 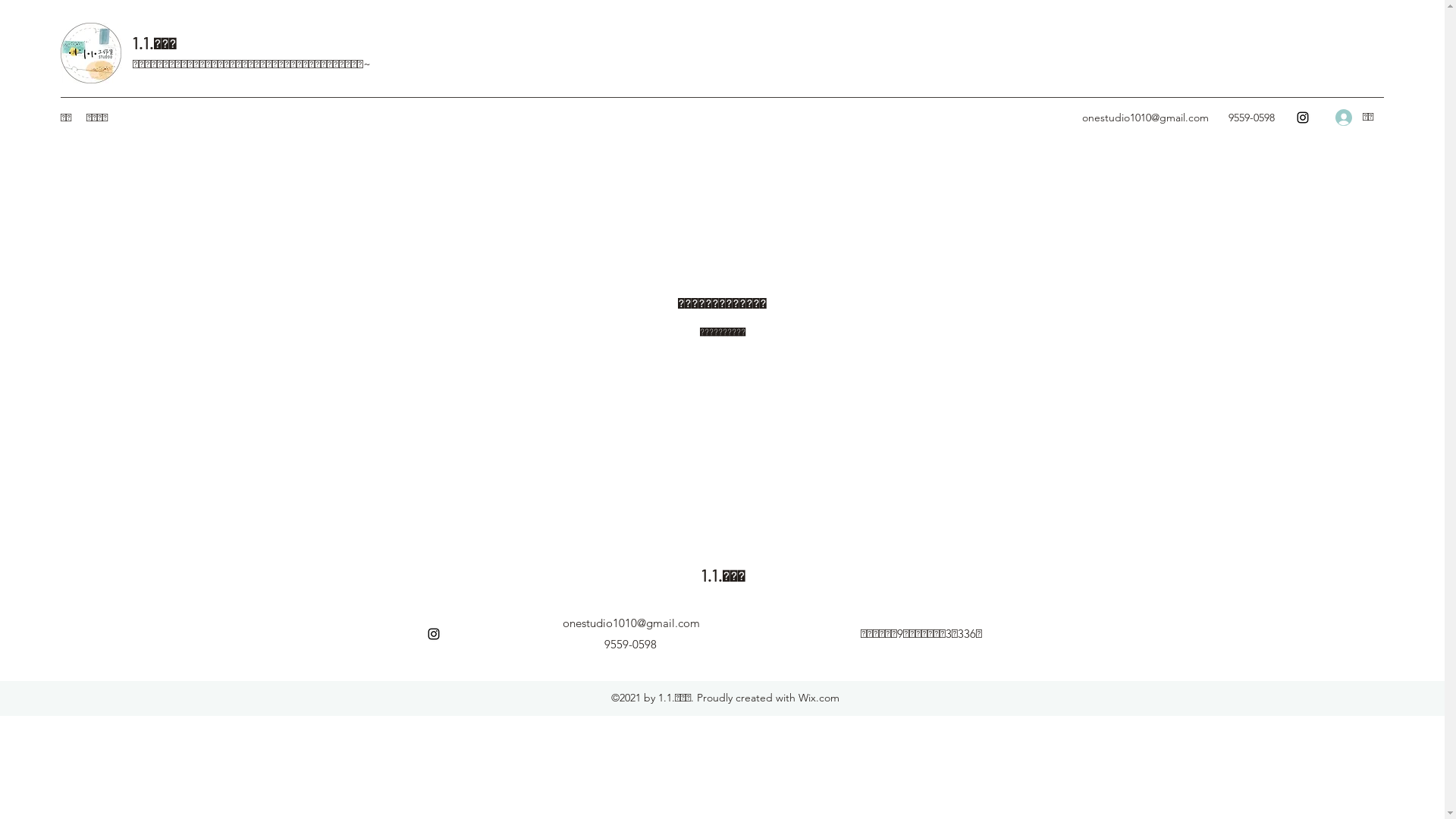 What do you see at coordinates (1145, 116) in the screenshot?
I see `'onestudio1010@gmail.com'` at bounding box center [1145, 116].